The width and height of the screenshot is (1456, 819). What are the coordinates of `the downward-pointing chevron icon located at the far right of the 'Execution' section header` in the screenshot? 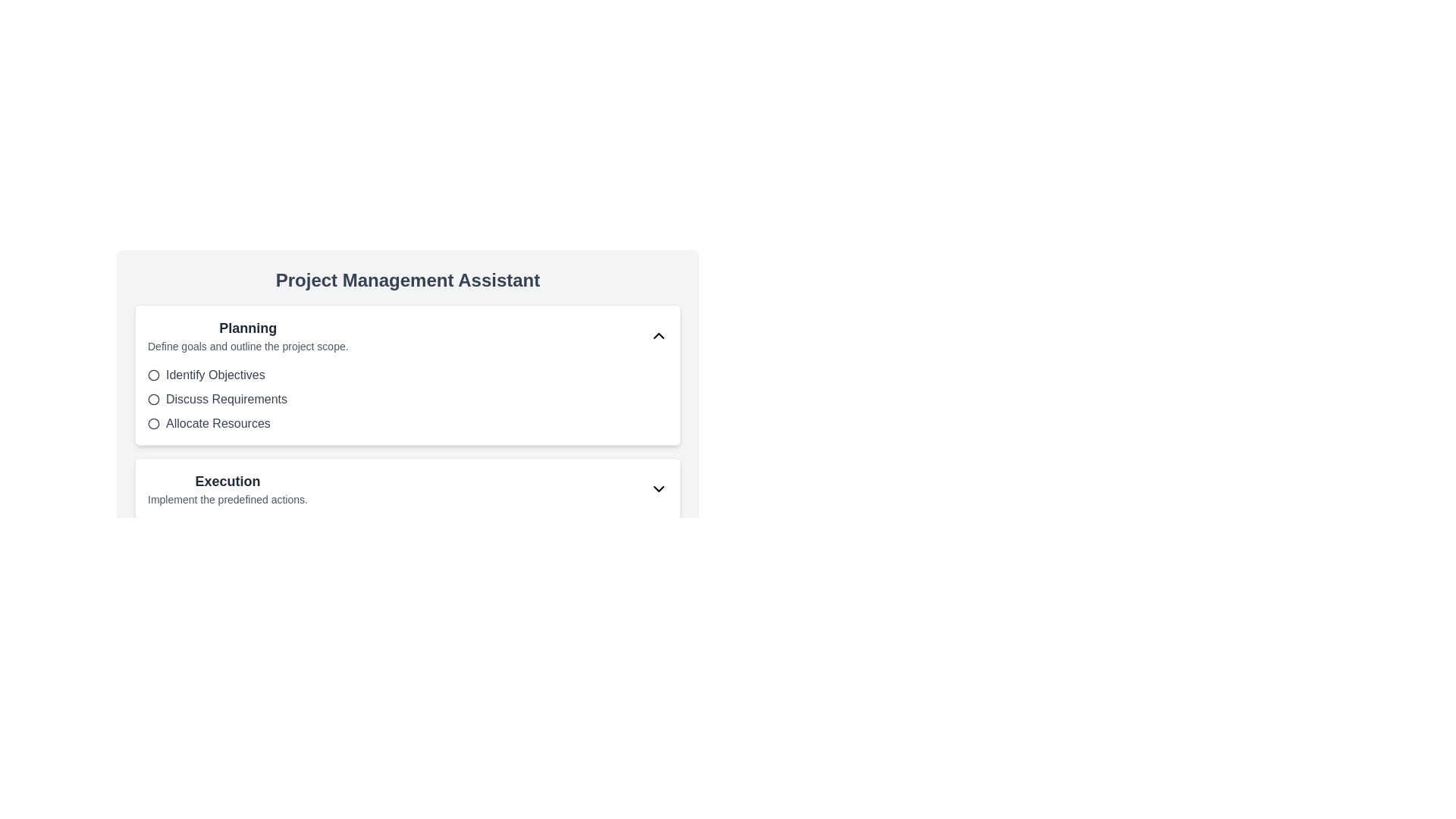 It's located at (658, 488).